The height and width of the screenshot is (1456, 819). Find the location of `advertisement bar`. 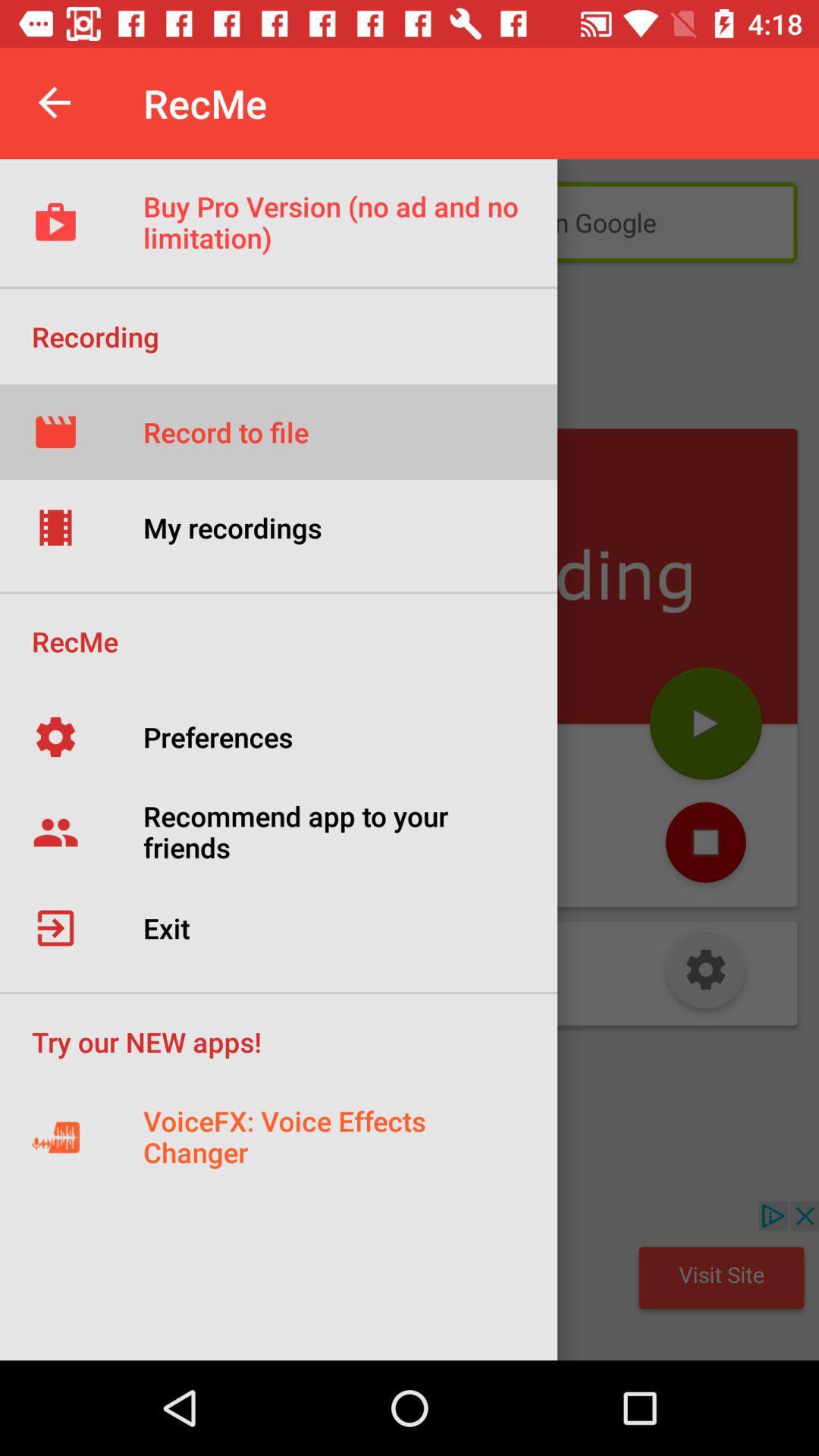

advertisement bar is located at coordinates (409, 1280).